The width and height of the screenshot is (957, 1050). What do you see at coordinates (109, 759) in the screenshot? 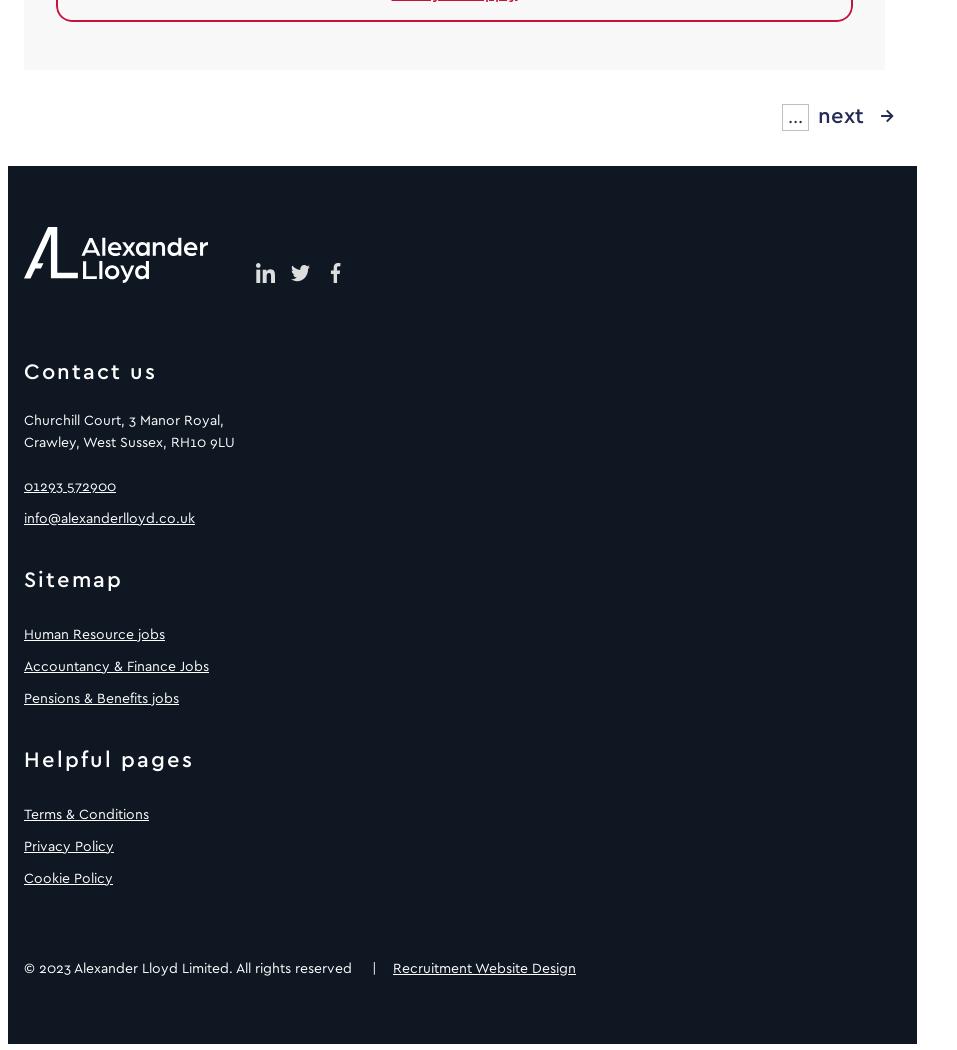
I see `'Helpful pages'` at bounding box center [109, 759].